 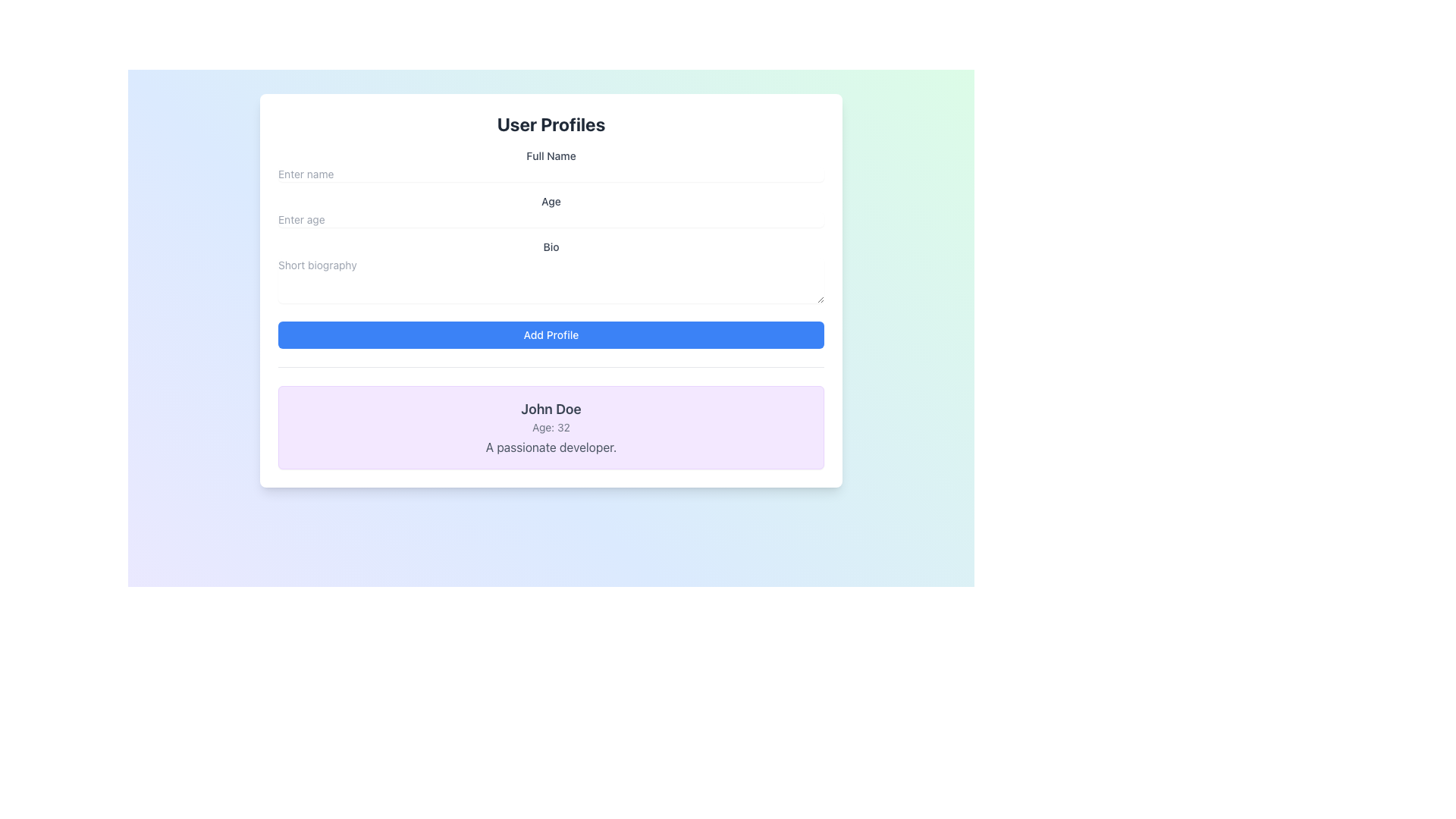 What do you see at coordinates (550, 427) in the screenshot?
I see `the Information Card displaying 'John Doe', which is the last component in the 'User Profiles' section, styled with a light purple background and rounded borders` at bounding box center [550, 427].